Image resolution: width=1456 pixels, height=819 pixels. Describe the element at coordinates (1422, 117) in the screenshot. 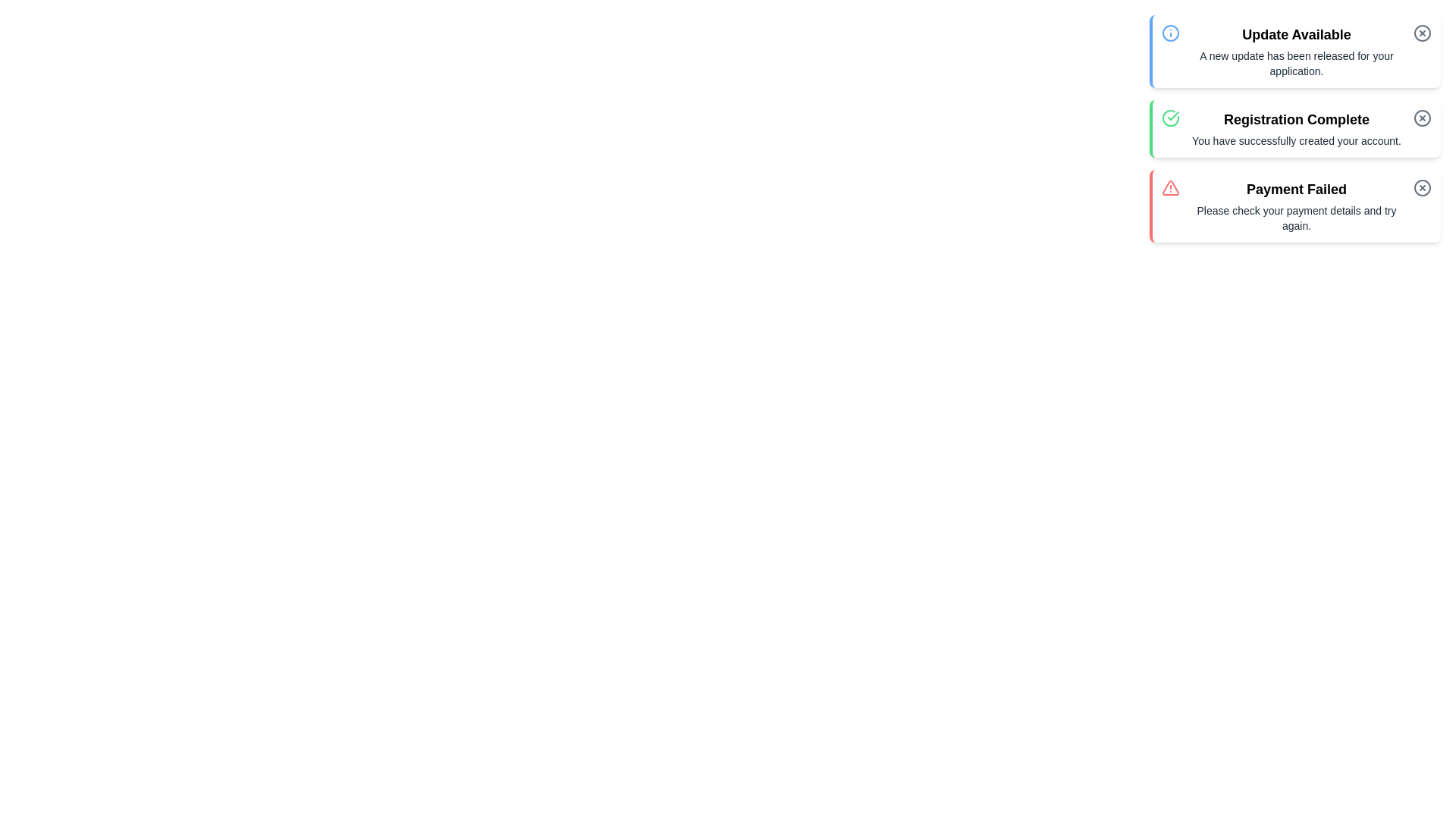

I see `the dismiss button located at the top-right corner of the notification card labeled 'Registration Complete'` at that location.